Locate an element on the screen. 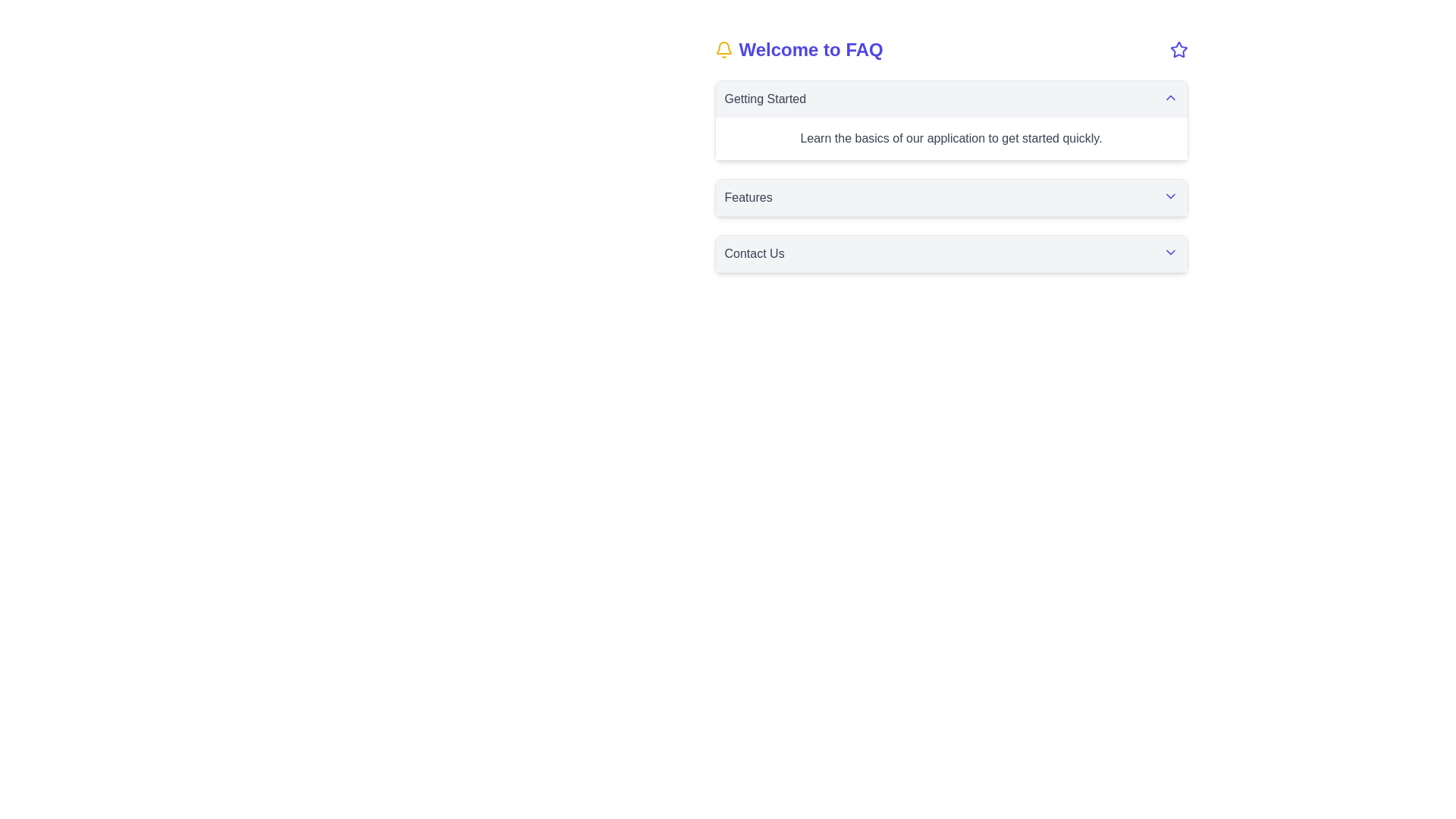 Image resolution: width=1456 pixels, height=819 pixels. the 'Contact Us' dropdown trigger is located at coordinates (950, 253).